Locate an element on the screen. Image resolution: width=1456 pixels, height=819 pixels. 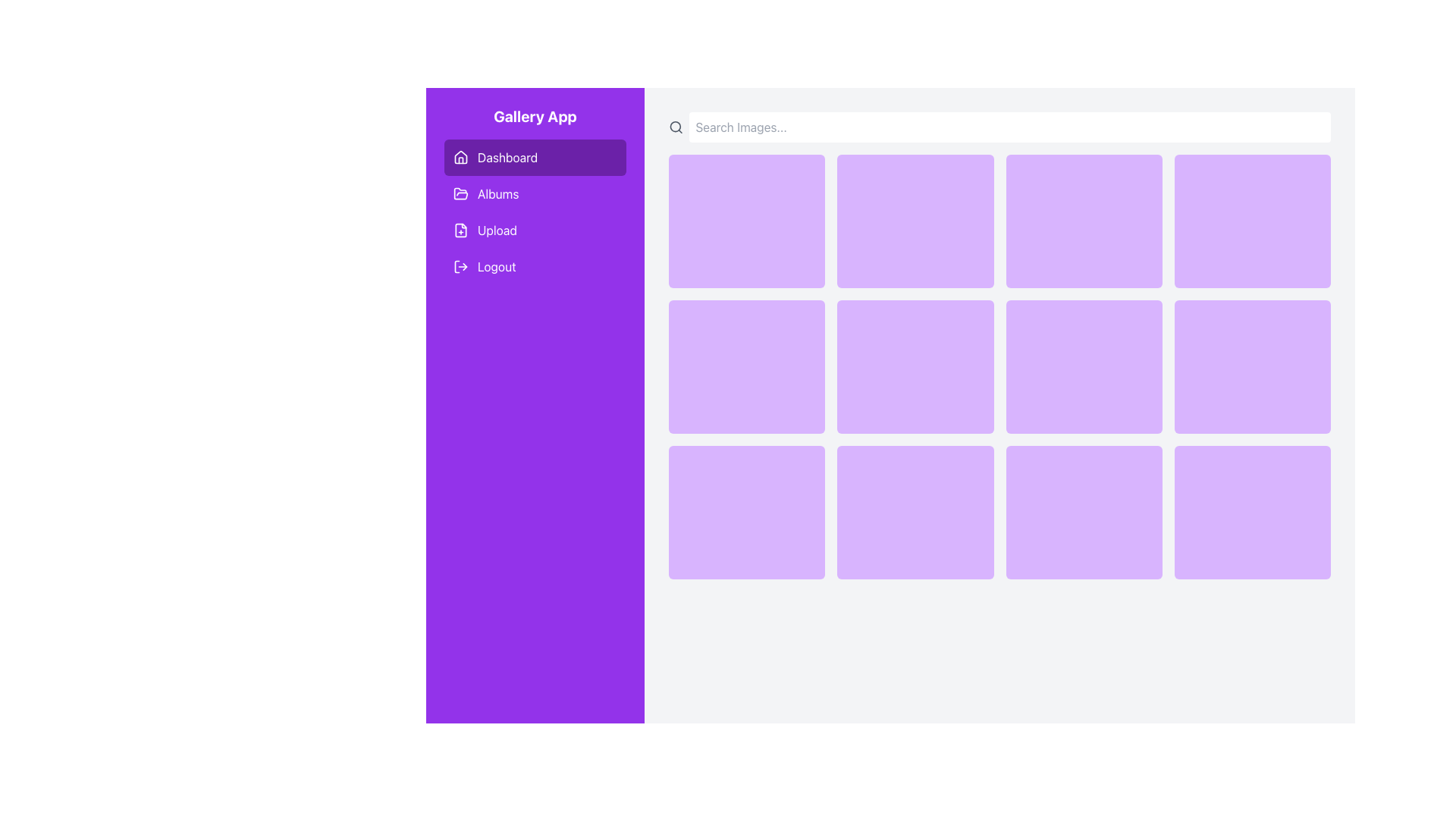
the 'Albums' navigation link located second from the top in the vertical list of menu entries in the navigation bar on the left side of the interface is located at coordinates (535, 212).